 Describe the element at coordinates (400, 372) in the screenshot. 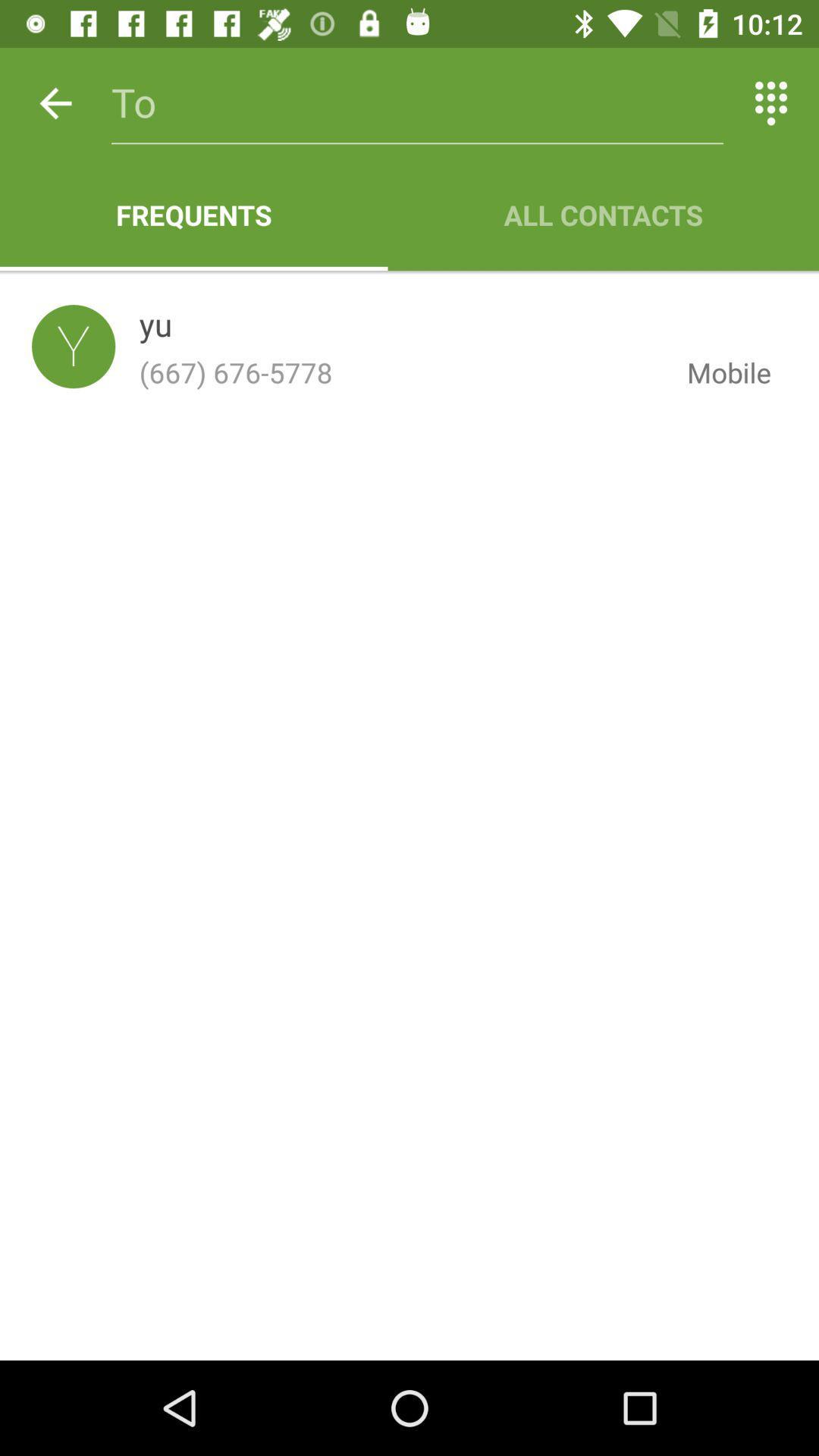

I see `icon next to mobile` at that location.